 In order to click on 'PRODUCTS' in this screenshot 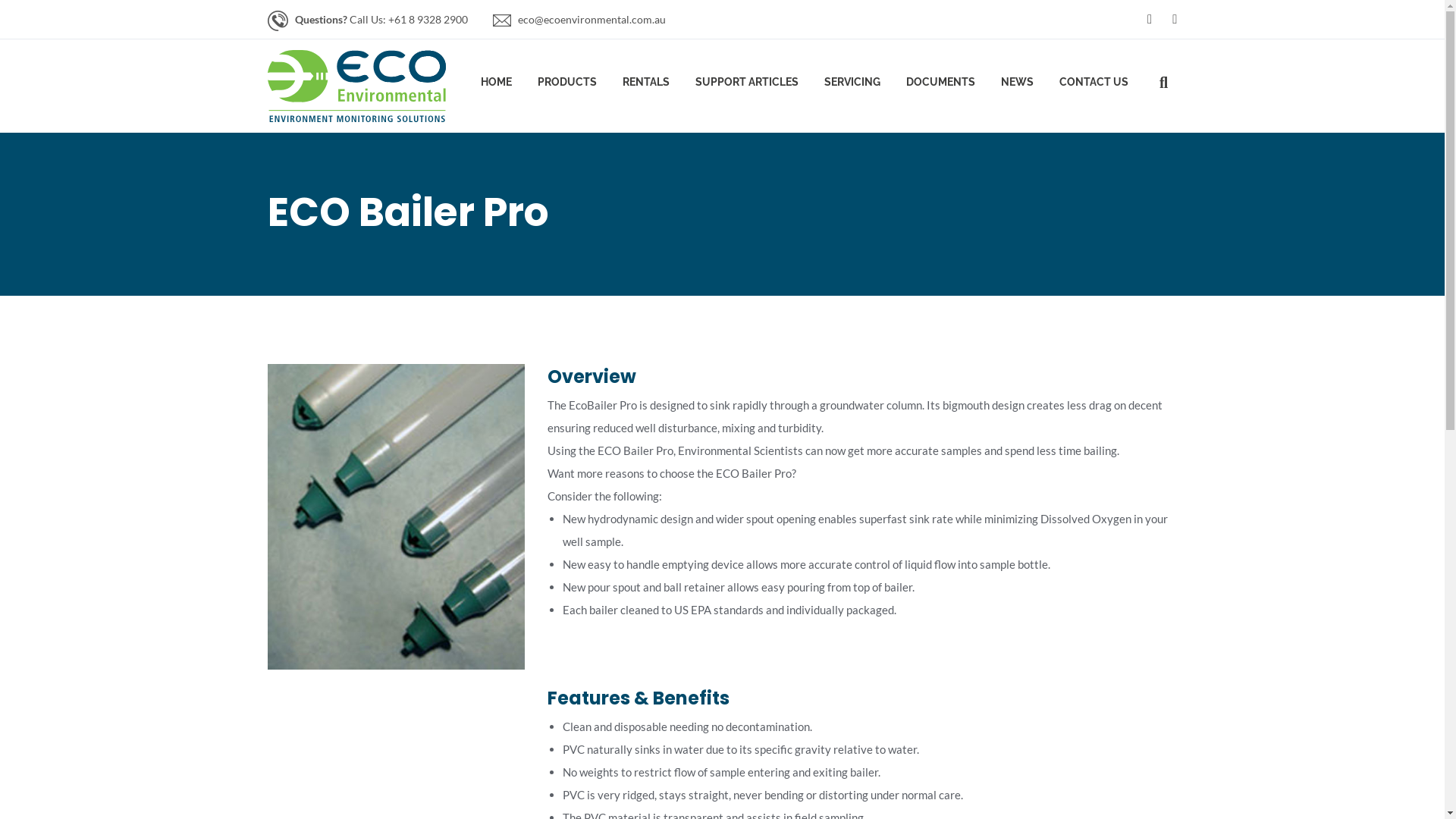, I will do `click(537, 86)`.